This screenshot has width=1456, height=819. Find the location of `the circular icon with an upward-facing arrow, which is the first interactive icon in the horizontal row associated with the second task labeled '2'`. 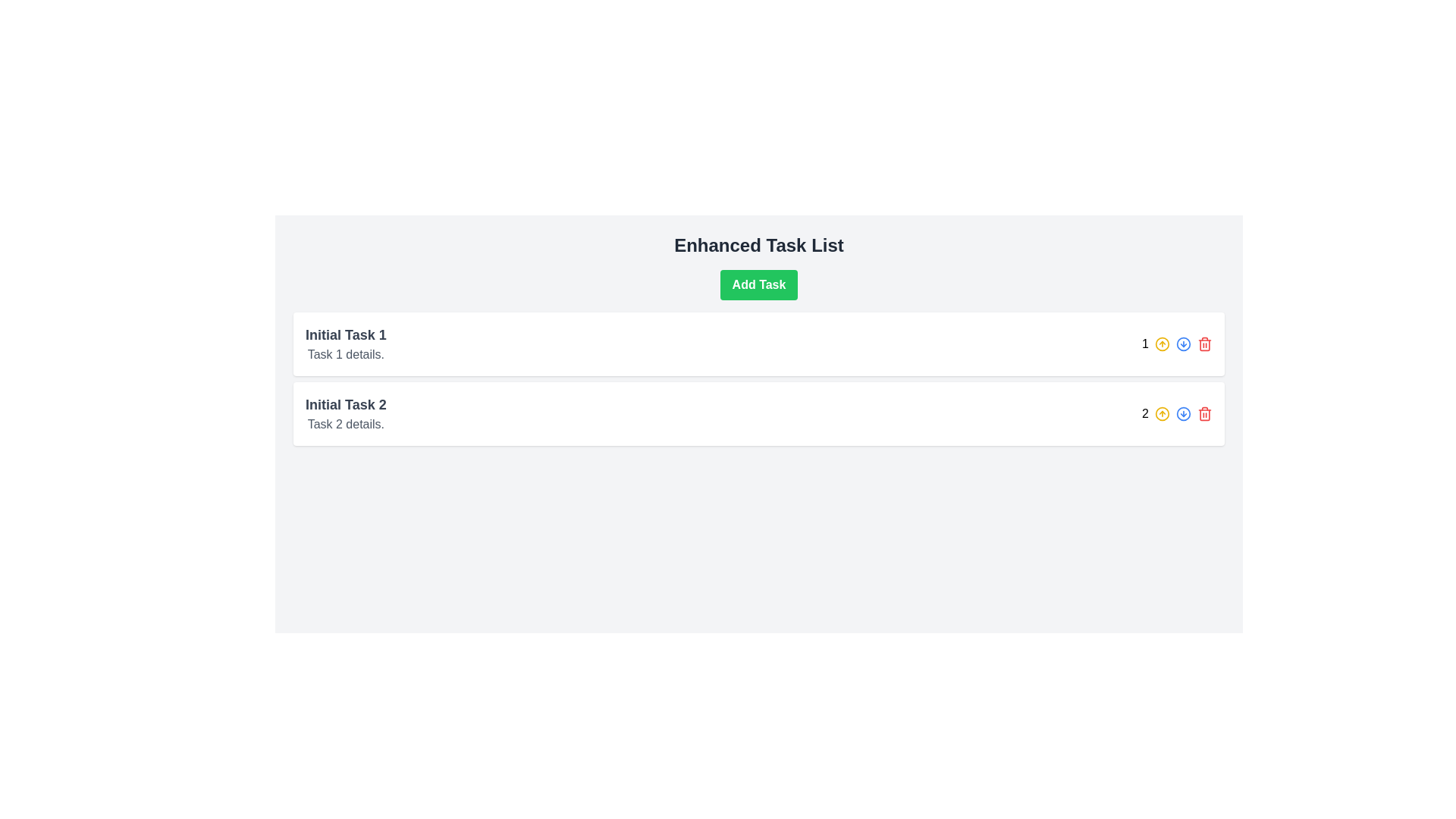

the circular icon with an upward-facing arrow, which is the first interactive icon in the horizontal row associated with the second task labeled '2' is located at coordinates (1161, 414).